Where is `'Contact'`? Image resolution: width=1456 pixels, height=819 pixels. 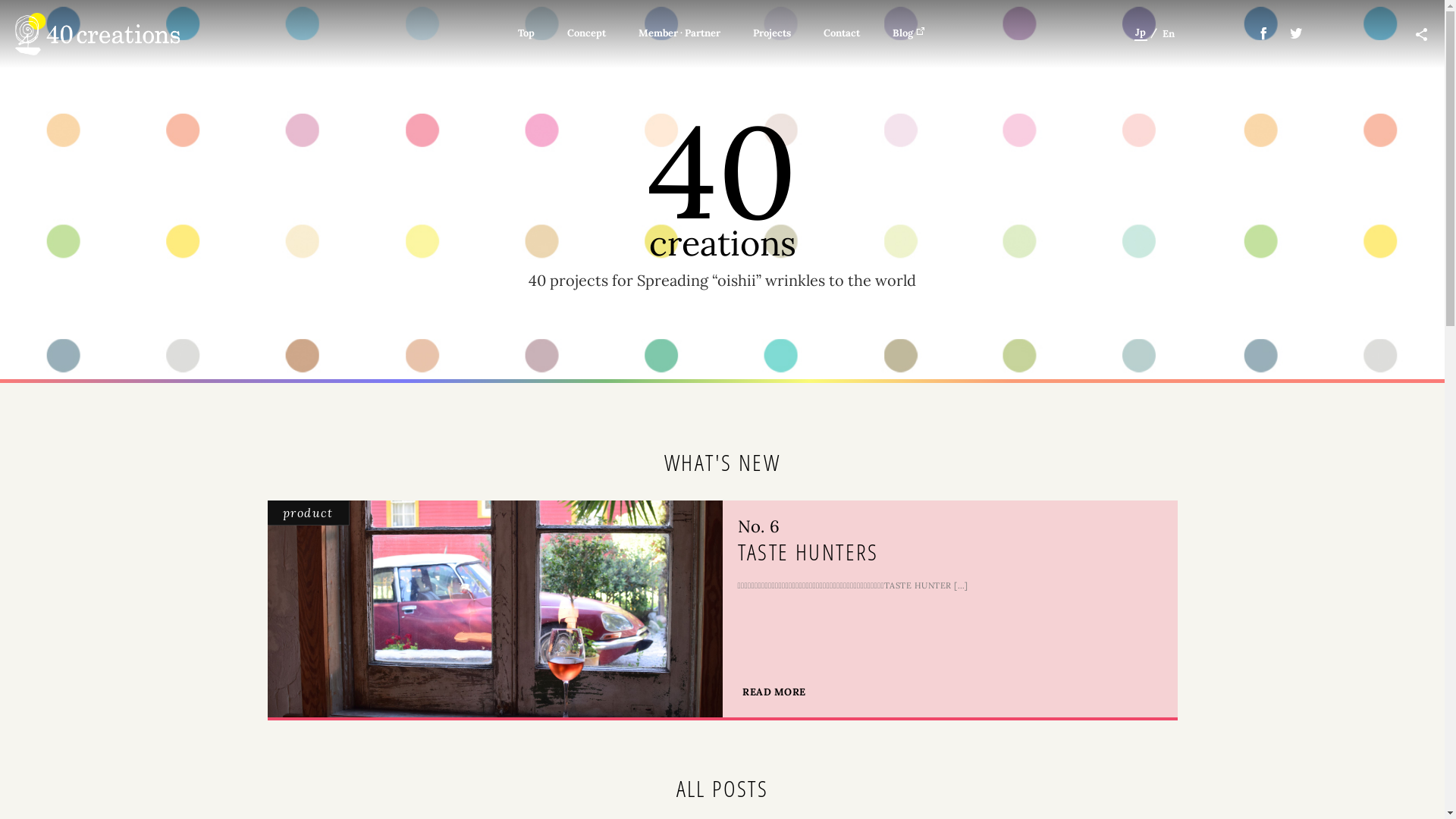
'Contact' is located at coordinates (840, 33).